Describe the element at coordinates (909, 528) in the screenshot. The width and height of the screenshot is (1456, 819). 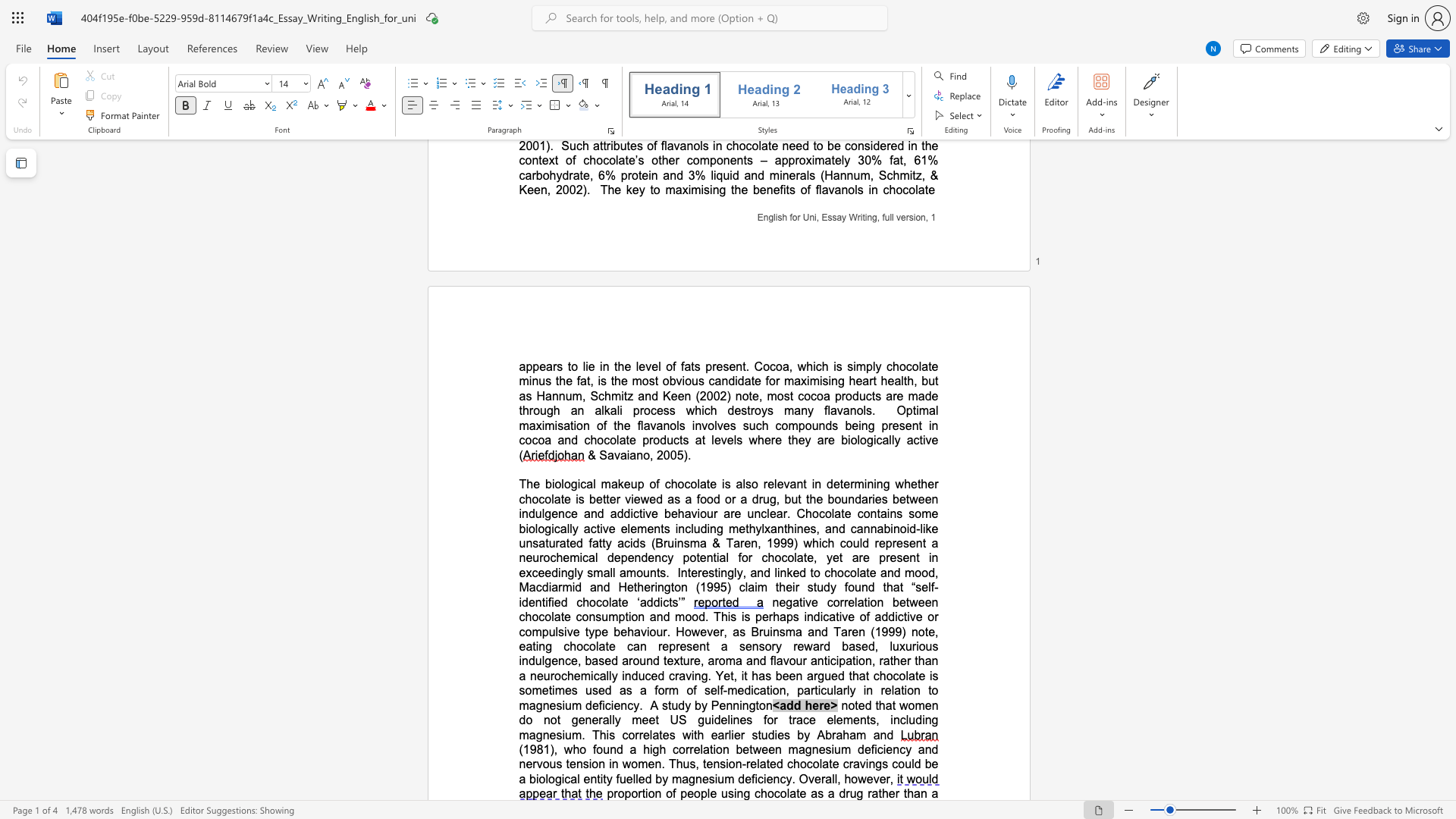
I see `the subset text "d-like unsaturated fatty aci" within the text "some biologically active elements including methylxanthines, and cannabinoid-like unsaturated fatty acids (Bruinsma & Taren, 1999) which could"` at that location.